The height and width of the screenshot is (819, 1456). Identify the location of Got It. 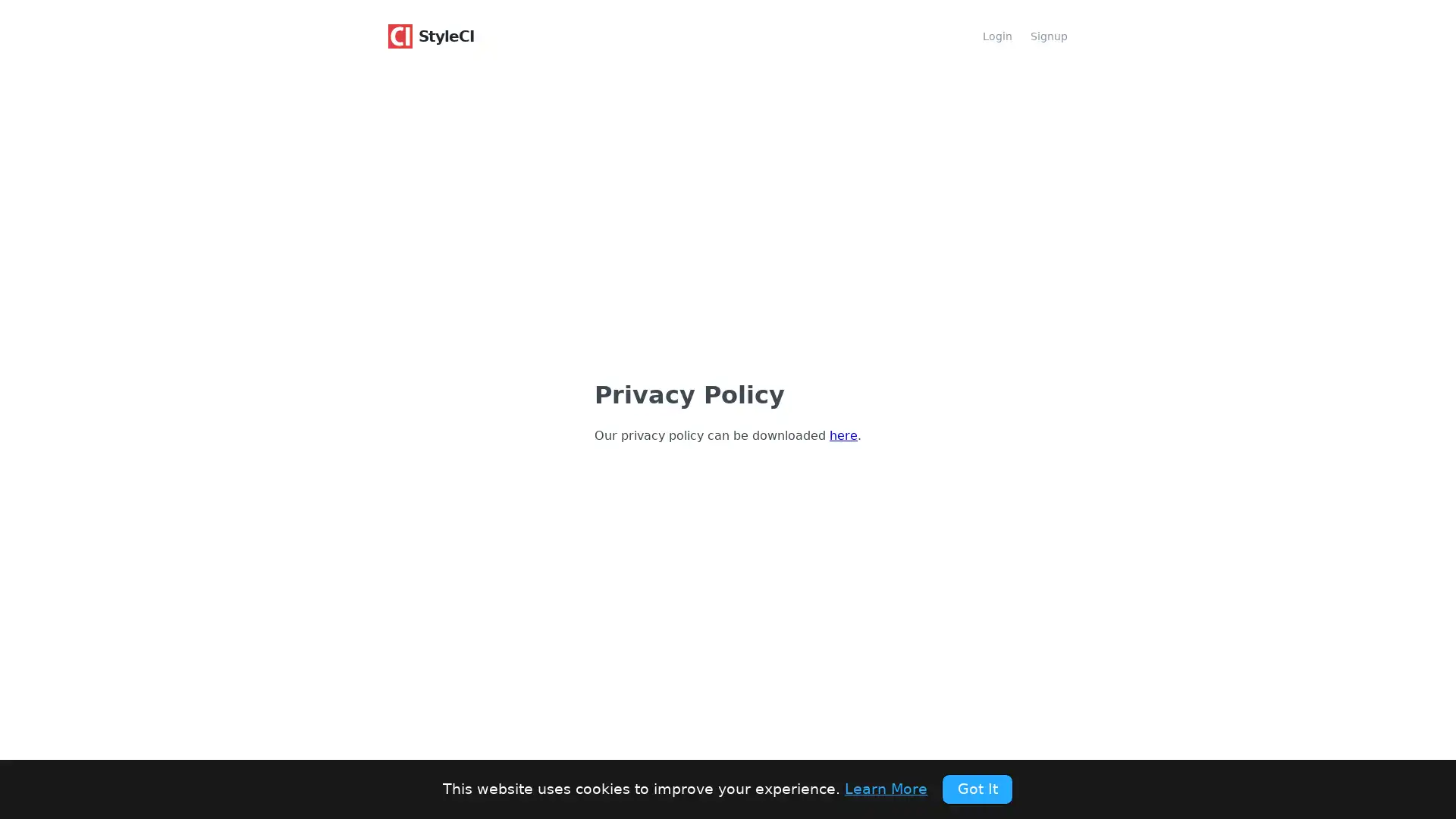
(977, 788).